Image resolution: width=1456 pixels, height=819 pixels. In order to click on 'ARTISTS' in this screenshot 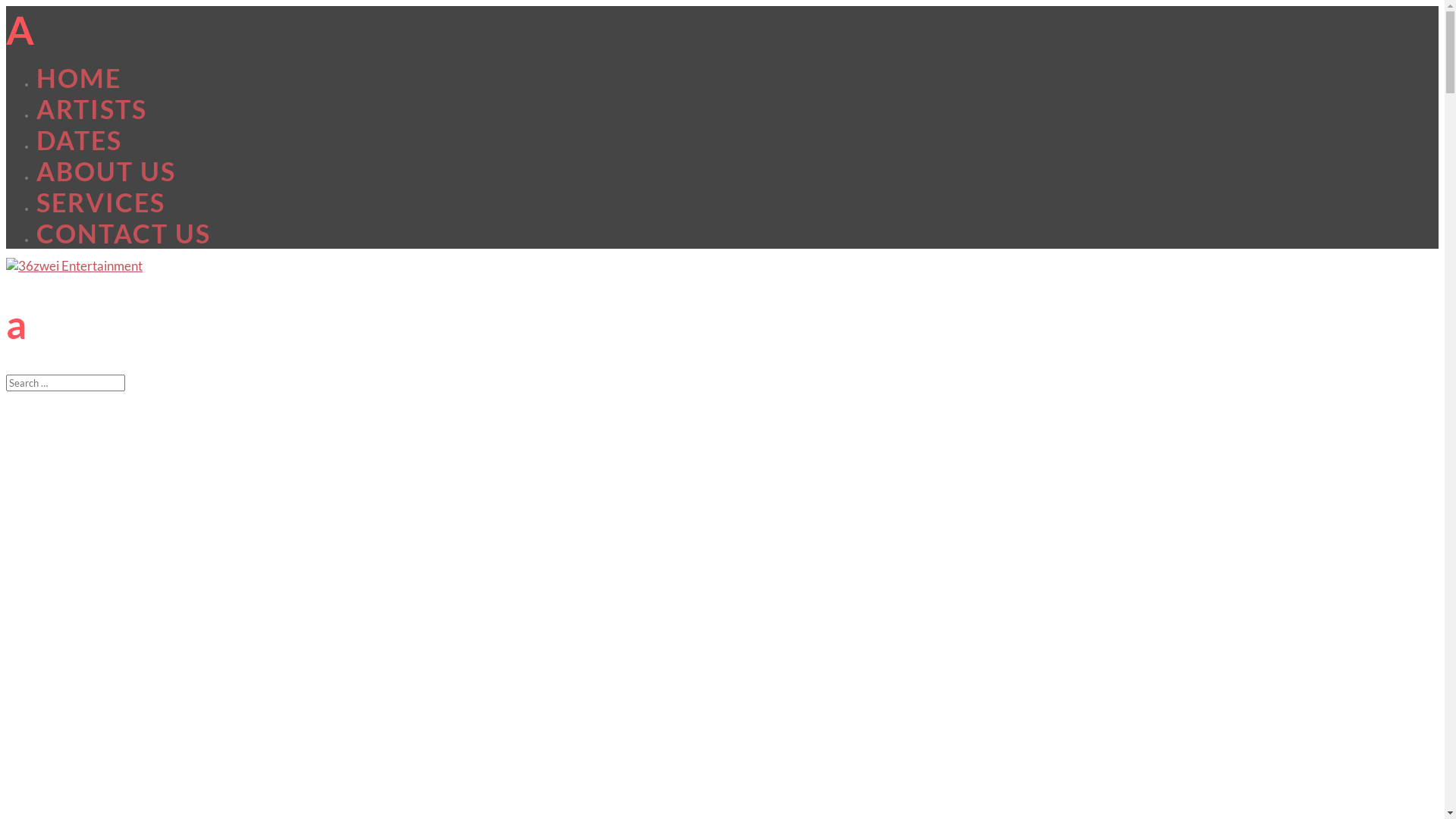, I will do `click(90, 108)`.